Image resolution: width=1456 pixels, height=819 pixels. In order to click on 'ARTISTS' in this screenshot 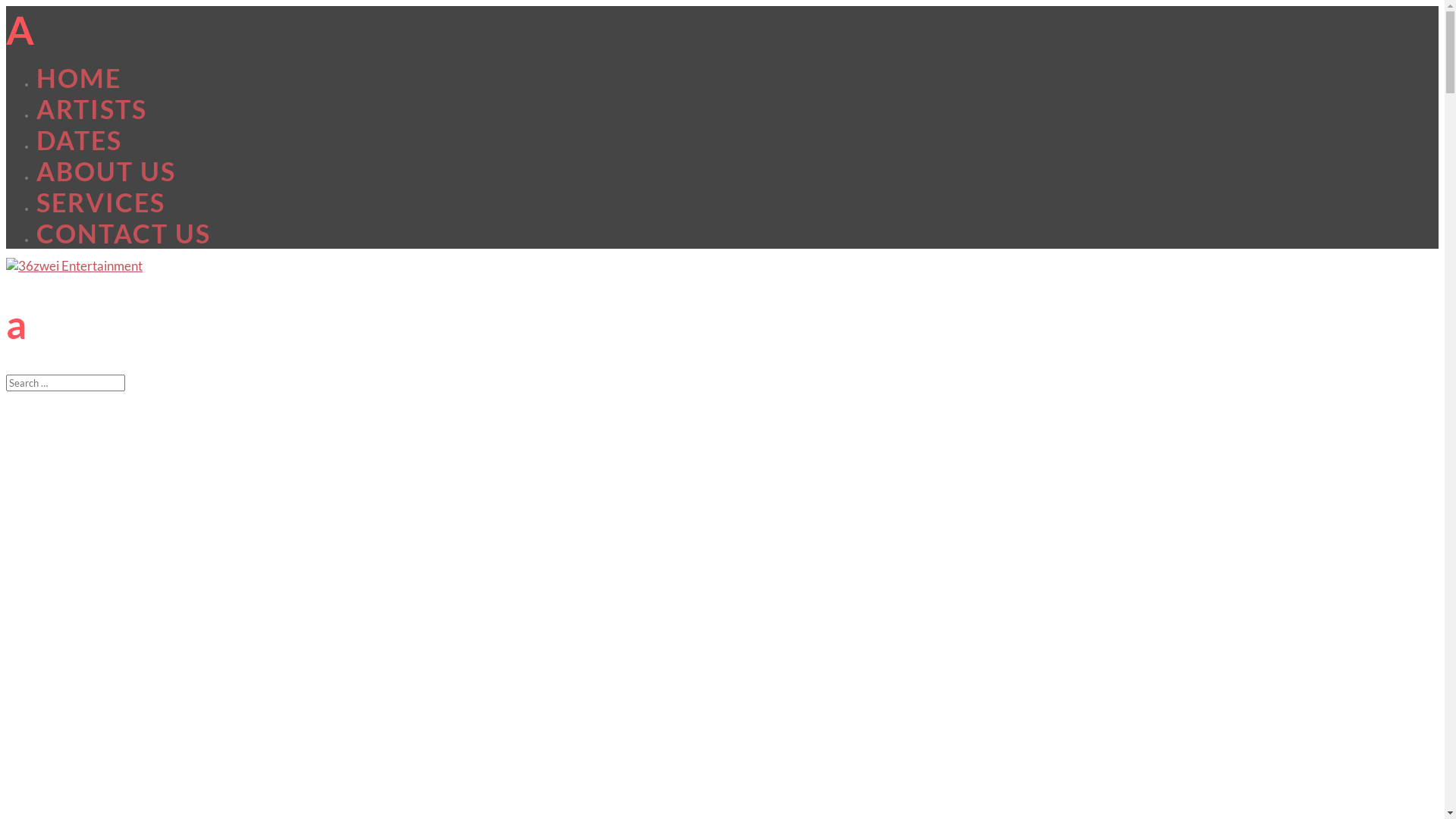, I will do `click(90, 108)`.